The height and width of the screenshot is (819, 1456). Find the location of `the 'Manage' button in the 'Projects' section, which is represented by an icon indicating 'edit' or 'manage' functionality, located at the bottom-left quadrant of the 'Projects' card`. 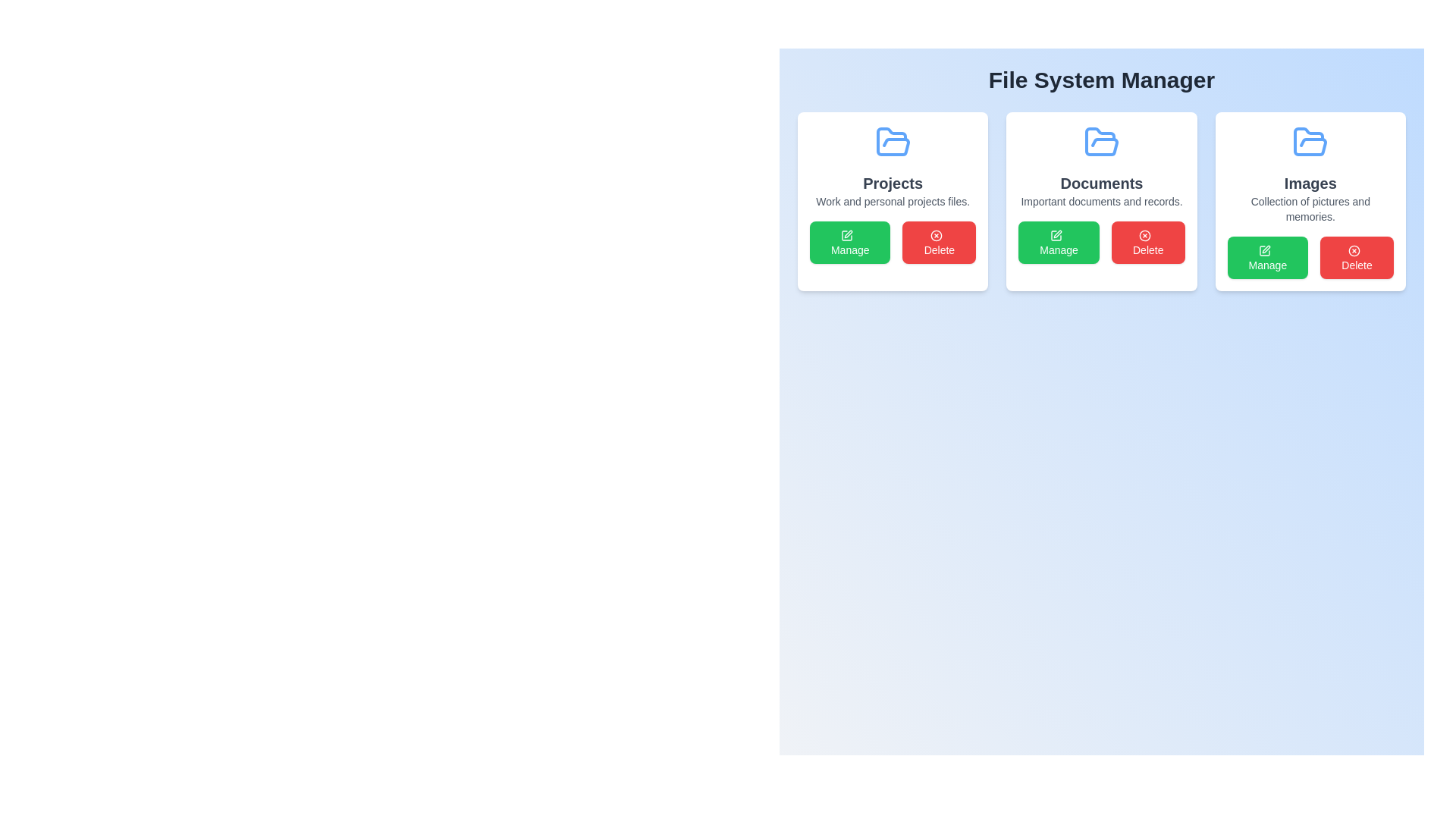

the 'Manage' button in the 'Projects' section, which is represented by an icon indicating 'edit' or 'manage' functionality, located at the bottom-left quadrant of the 'Projects' card is located at coordinates (846, 236).